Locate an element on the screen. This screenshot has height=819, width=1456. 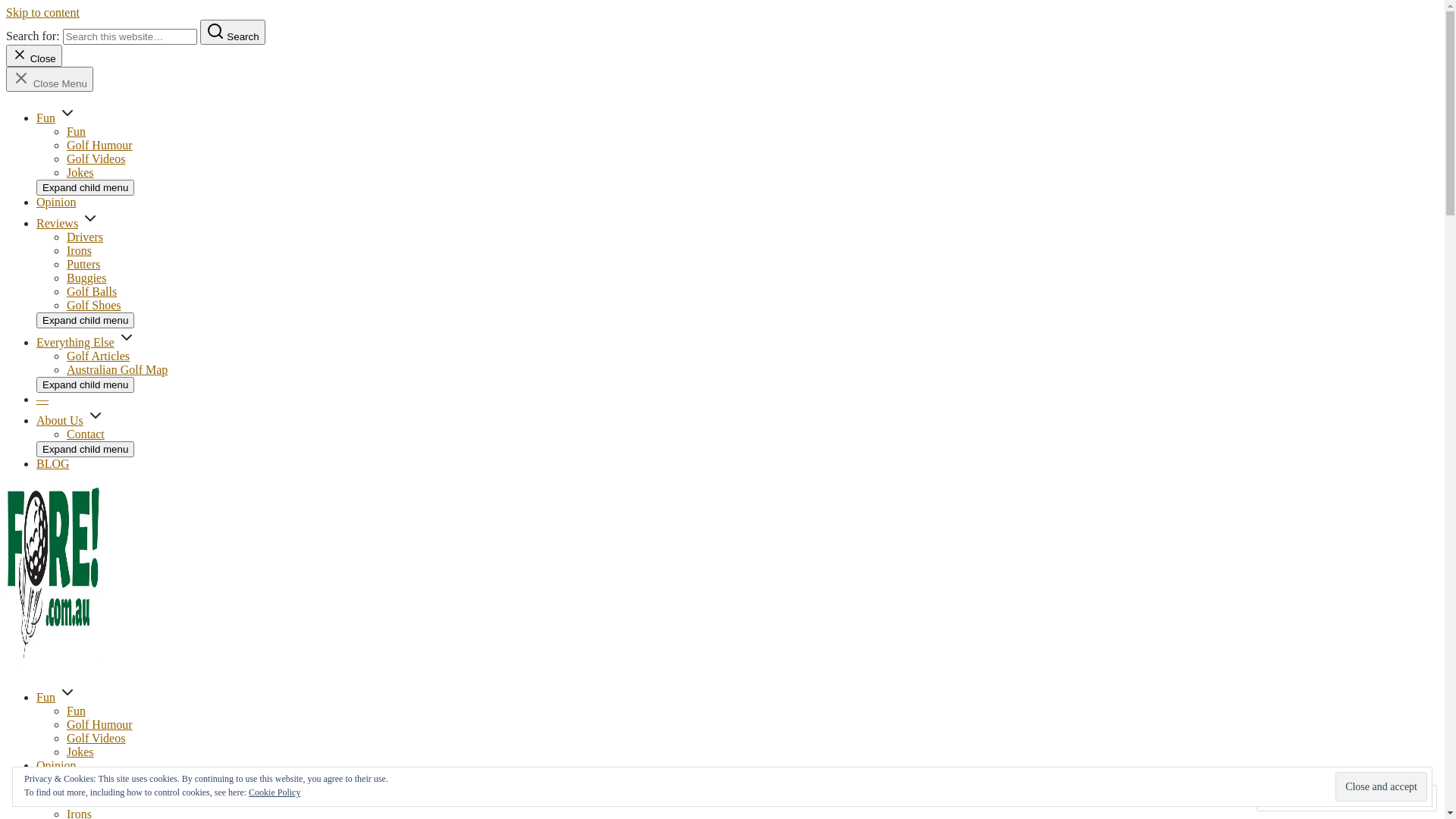
'Search for:' is located at coordinates (130, 36).